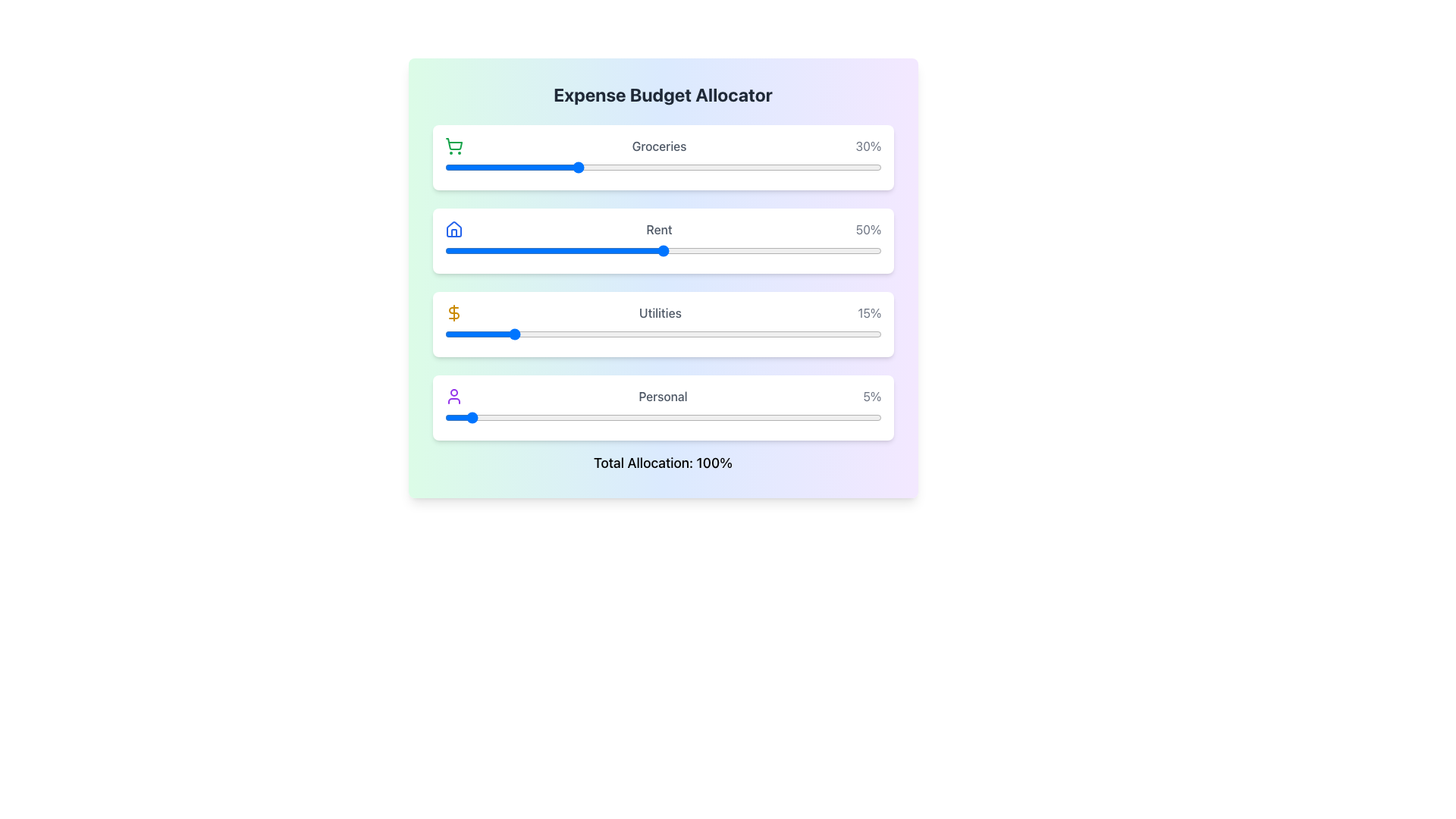 This screenshot has width=1456, height=819. I want to click on the Utilities slider, so click(654, 333).